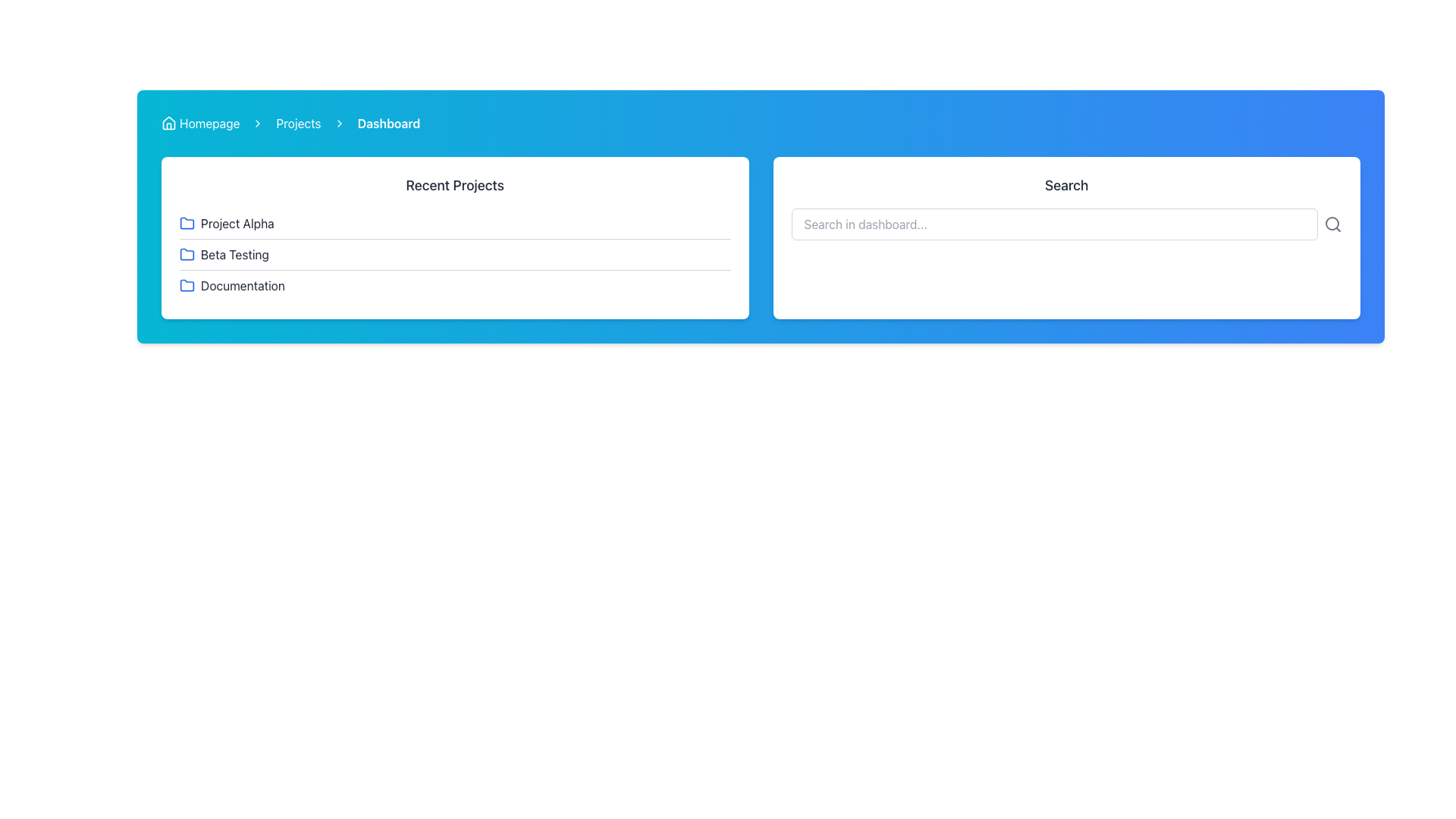  I want to click on the interactive text link labeled 'Projects' located in the breadcrumb navigation between 'Homepage' and 'Dashboard', so click(298, 122).